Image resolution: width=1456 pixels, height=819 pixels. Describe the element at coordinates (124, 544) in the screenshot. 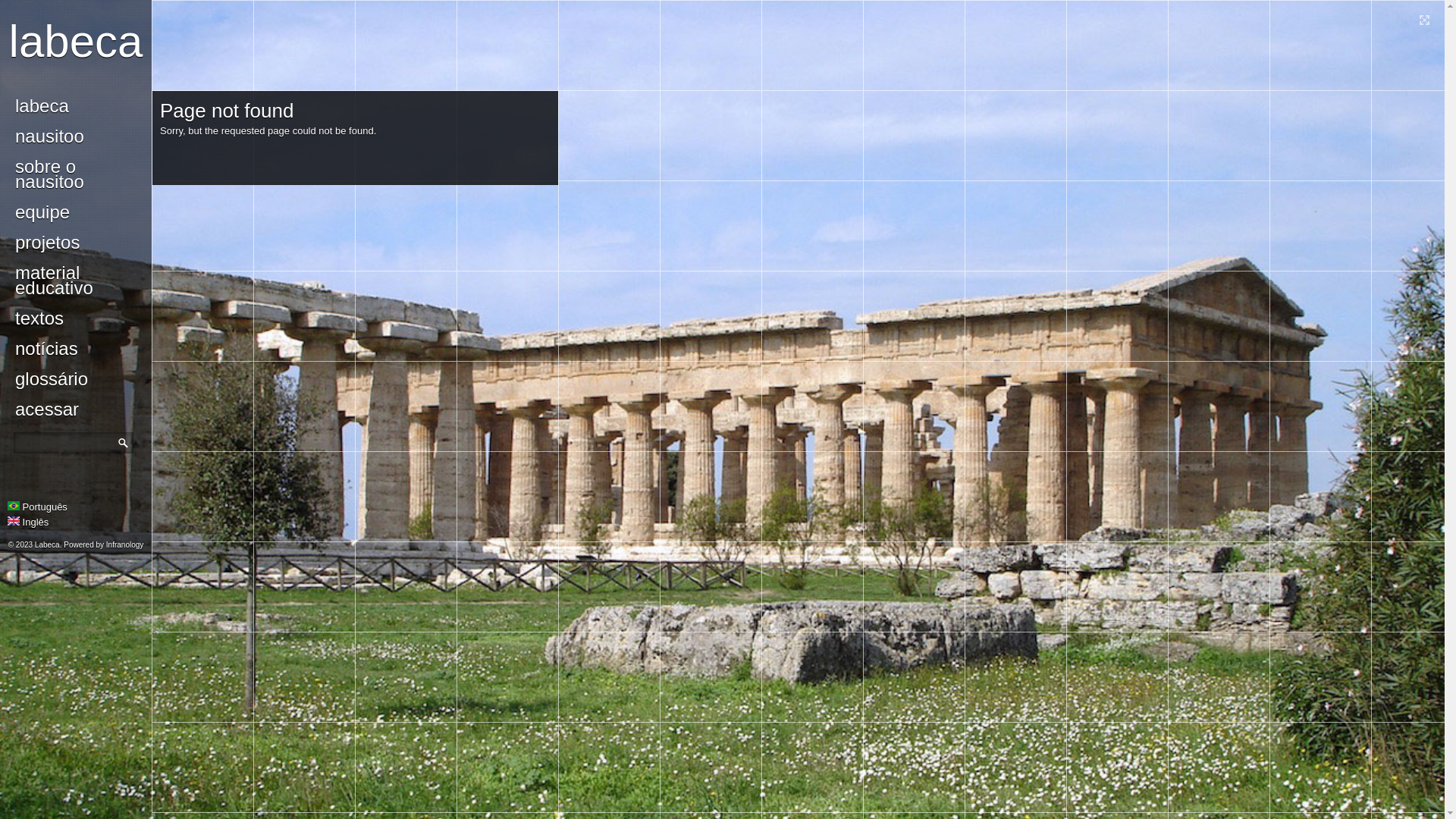

I see `'Infranology'` at that location.